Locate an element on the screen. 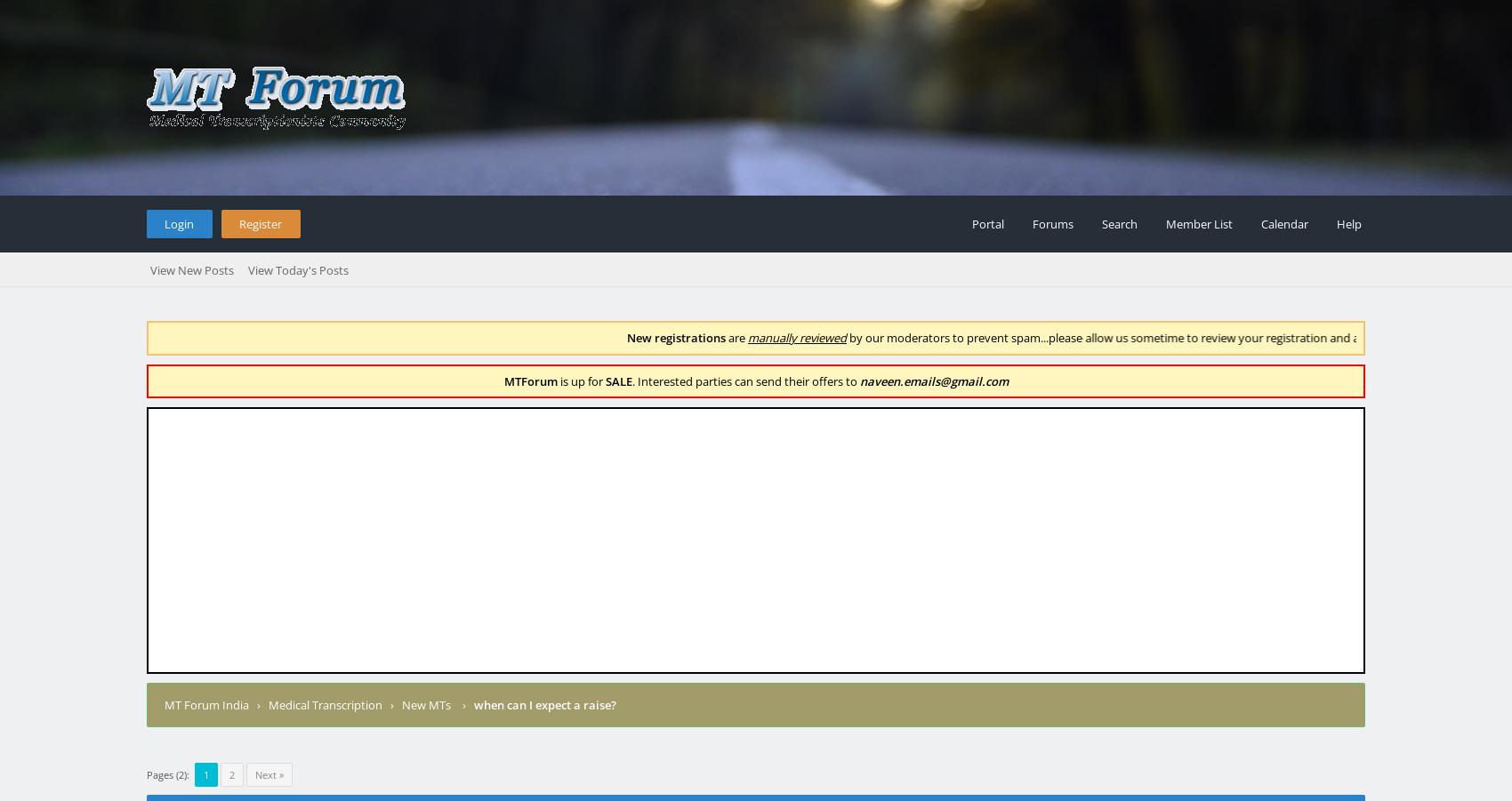 Image resolution: width=1512 pixels, height=801 pixels. 'when can I expect a raise?' is located at coordinates (544, 703).